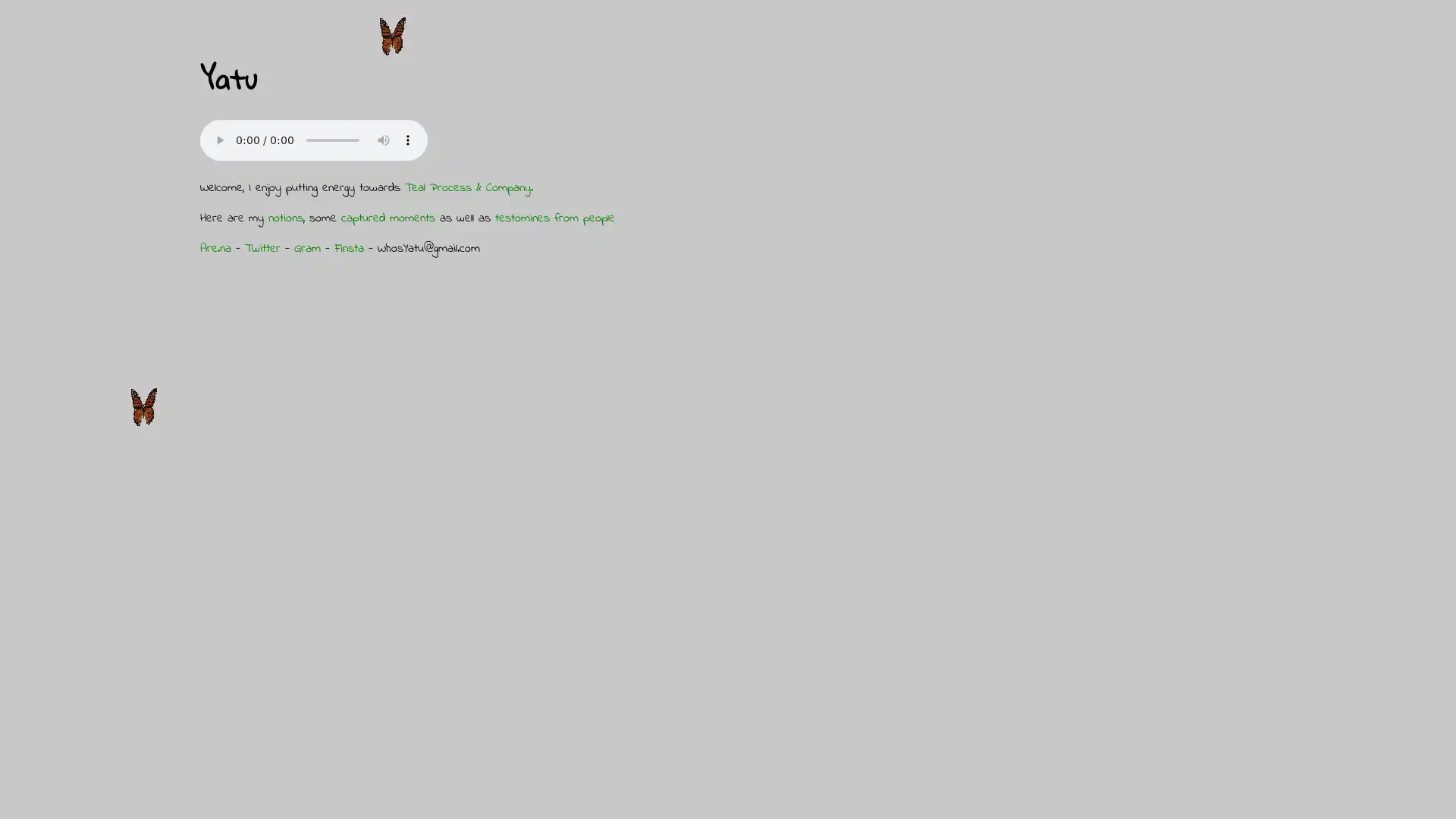  I want to click on play, so click(218, 140).